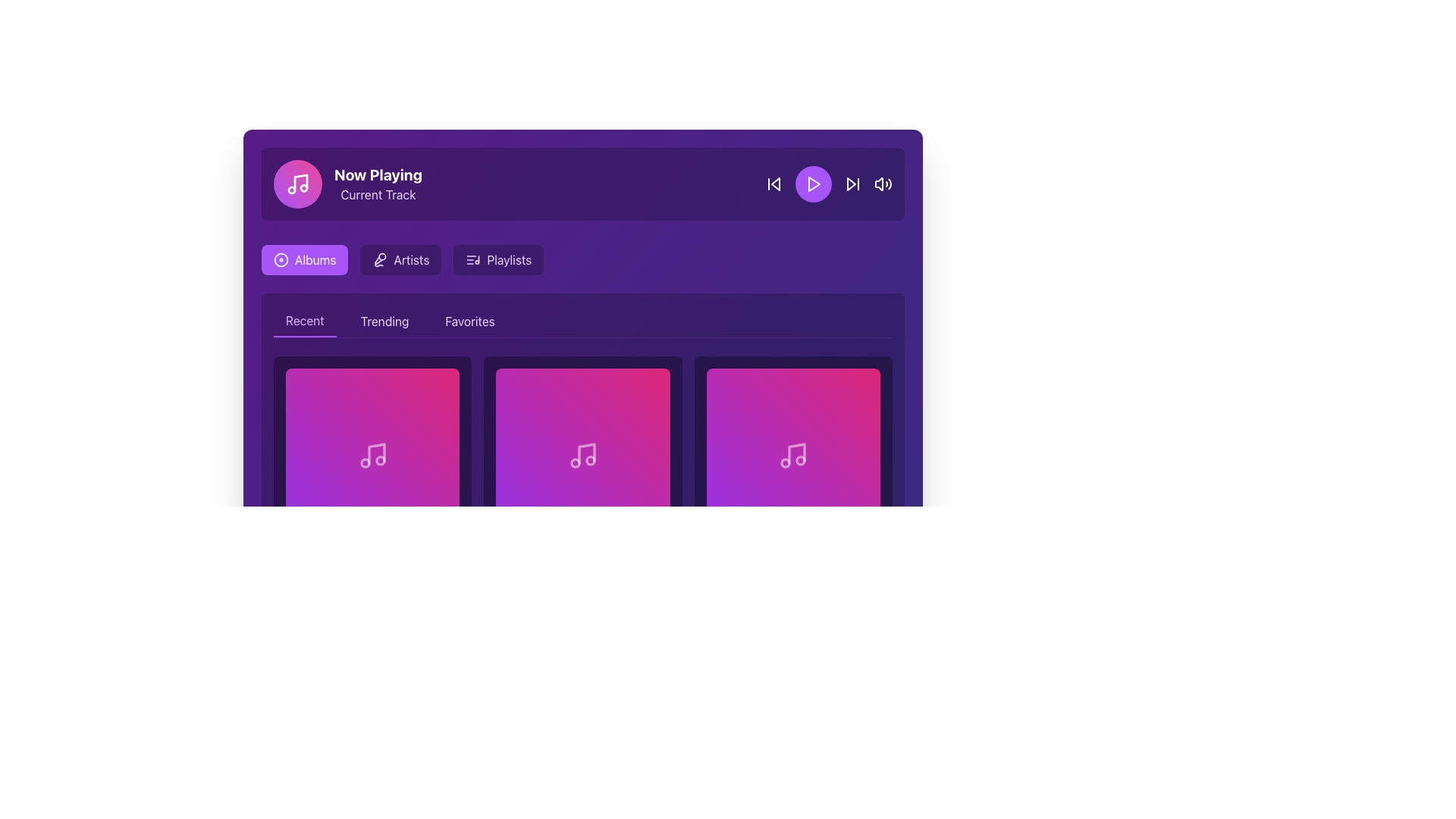  Describe the element at coordinates (582, 454) in the screenshot. I see `the decorative placeholder element for a track or album located in the grid under the 'Recent' tab of the 'Albums' section, specifically the second square from the left in the row` at that location.